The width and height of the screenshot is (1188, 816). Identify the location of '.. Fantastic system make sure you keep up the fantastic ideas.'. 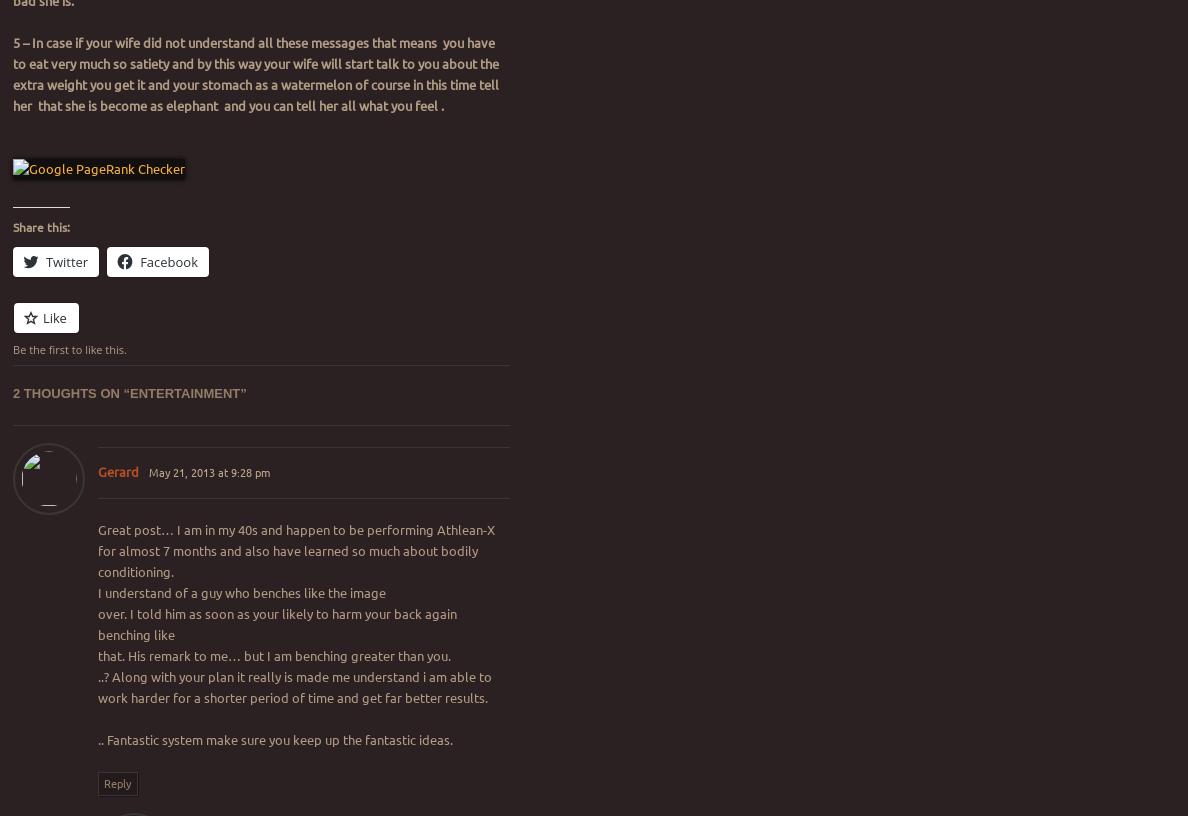
(274, 738).